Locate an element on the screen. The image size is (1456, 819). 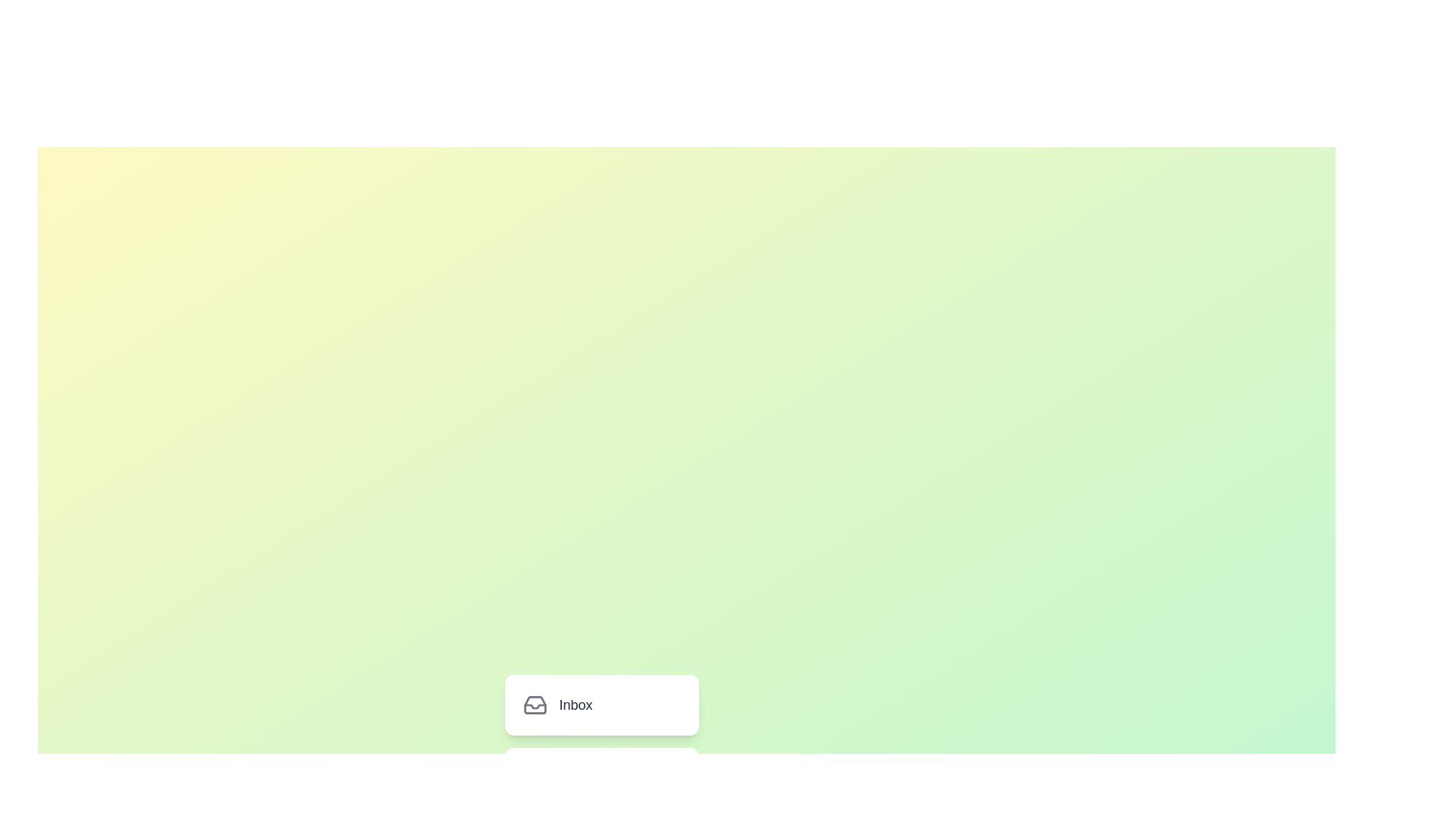
the menu item labeled Inbox is located at coordinates (601, 704).